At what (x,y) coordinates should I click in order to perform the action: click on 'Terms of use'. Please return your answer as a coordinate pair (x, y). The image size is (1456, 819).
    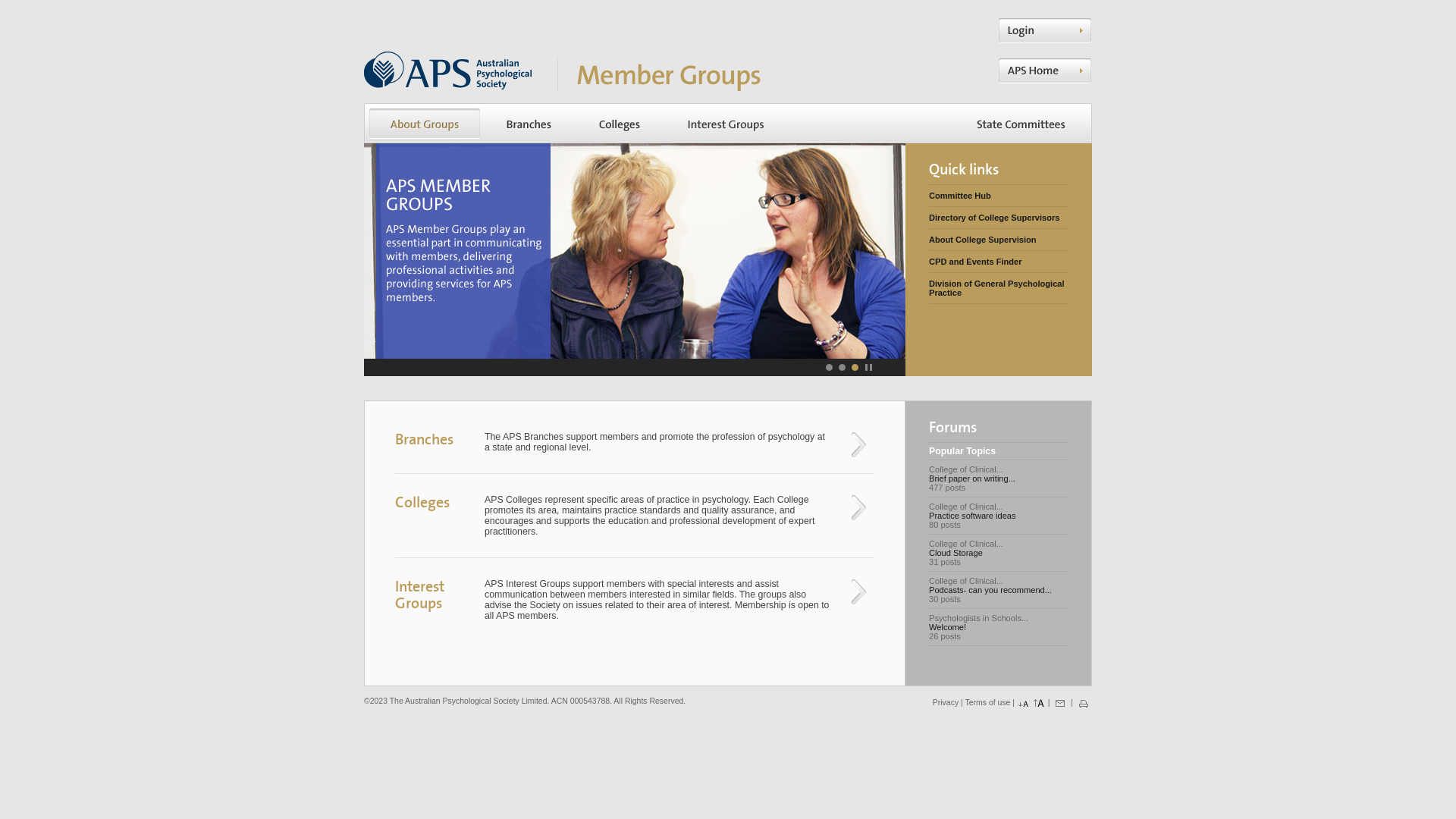
    Looking at the image, I should click on (987, 702).